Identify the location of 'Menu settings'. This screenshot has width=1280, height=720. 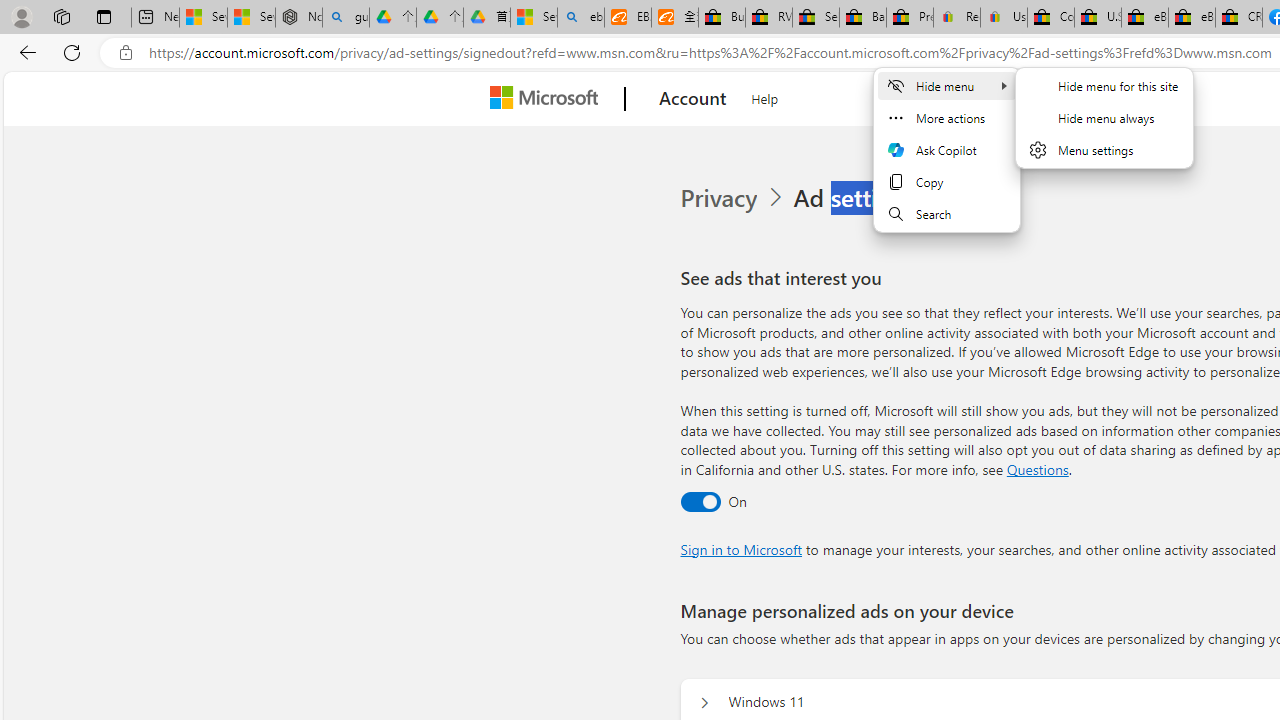
(1103, 149).